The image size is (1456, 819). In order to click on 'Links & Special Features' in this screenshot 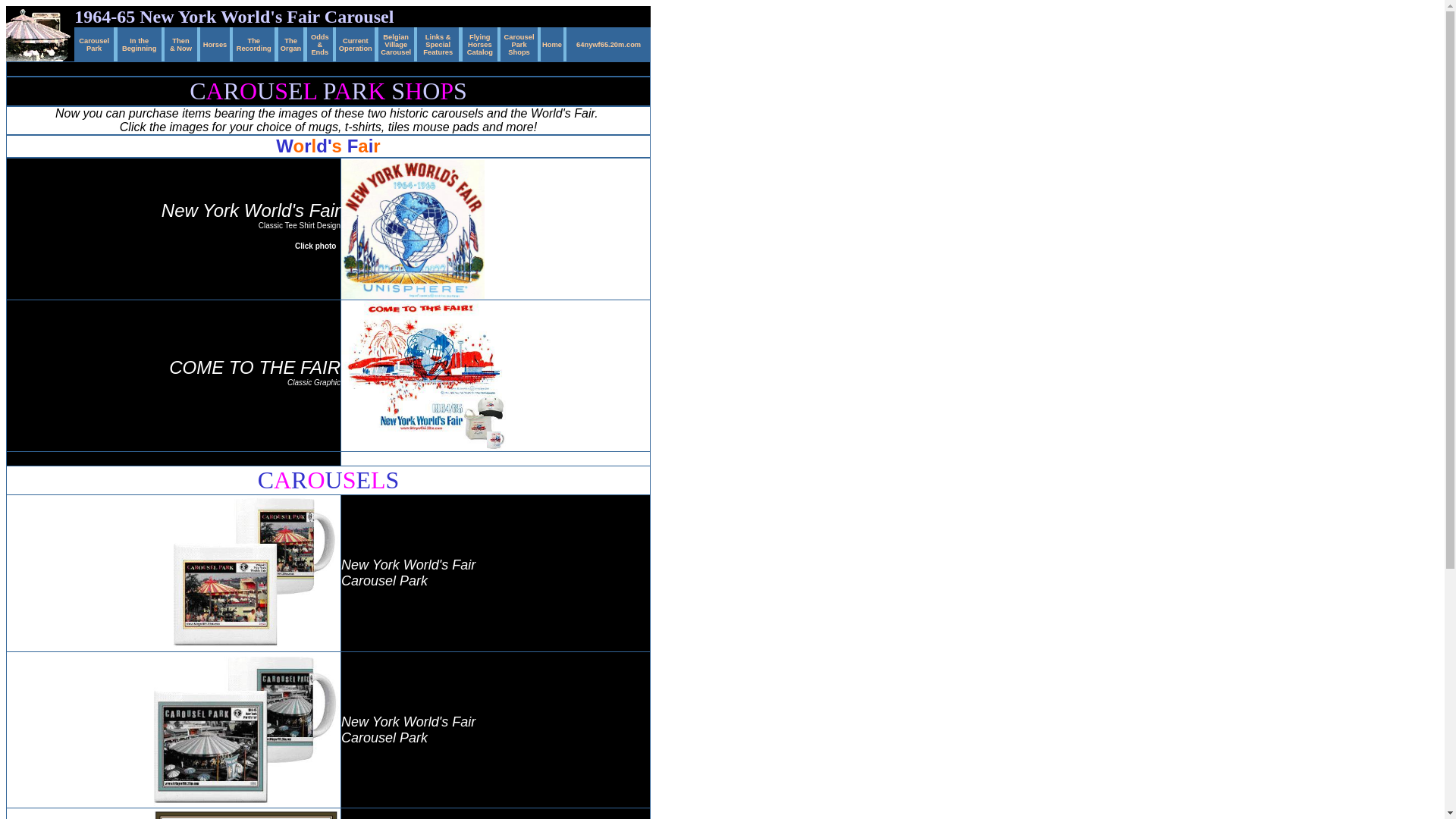, I will do `click(422, 42)`.